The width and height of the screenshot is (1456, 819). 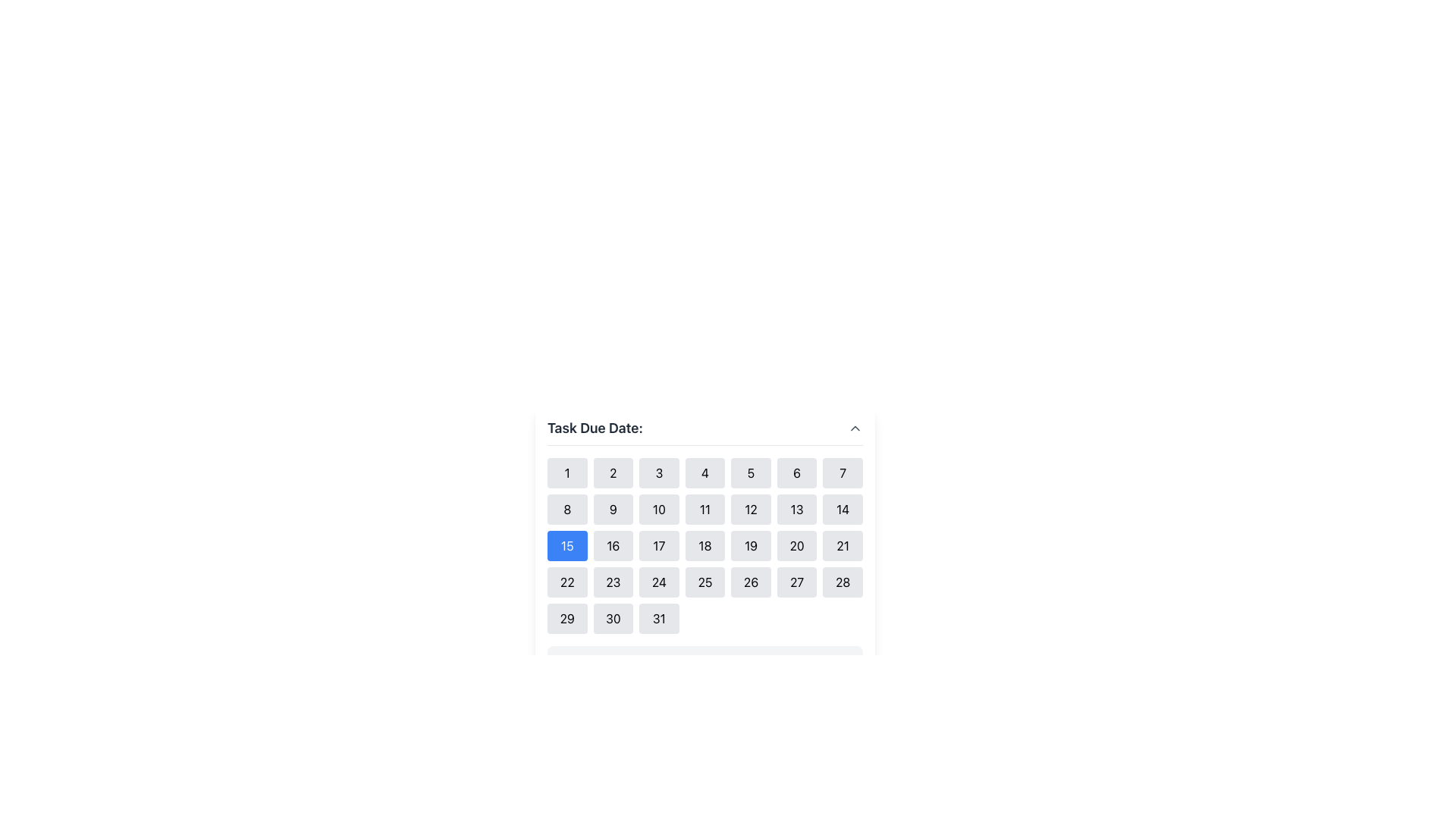 I want to click on the rectangular button with a rounded border containing the number '3', so click(x=659, y=472).